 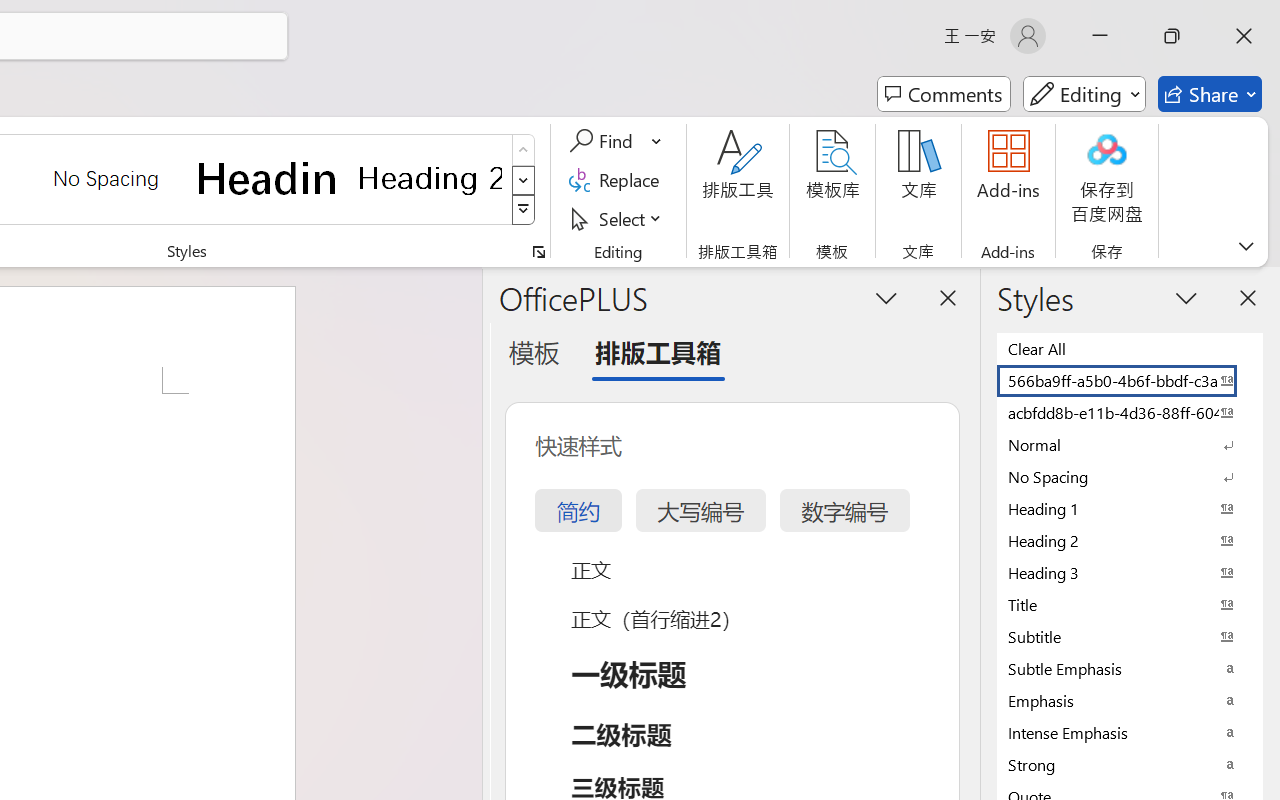 What do you see at coordinates (1130, 571) in the screenshot?
I see `'Heading 3'` at bounding box center [1130, 571].